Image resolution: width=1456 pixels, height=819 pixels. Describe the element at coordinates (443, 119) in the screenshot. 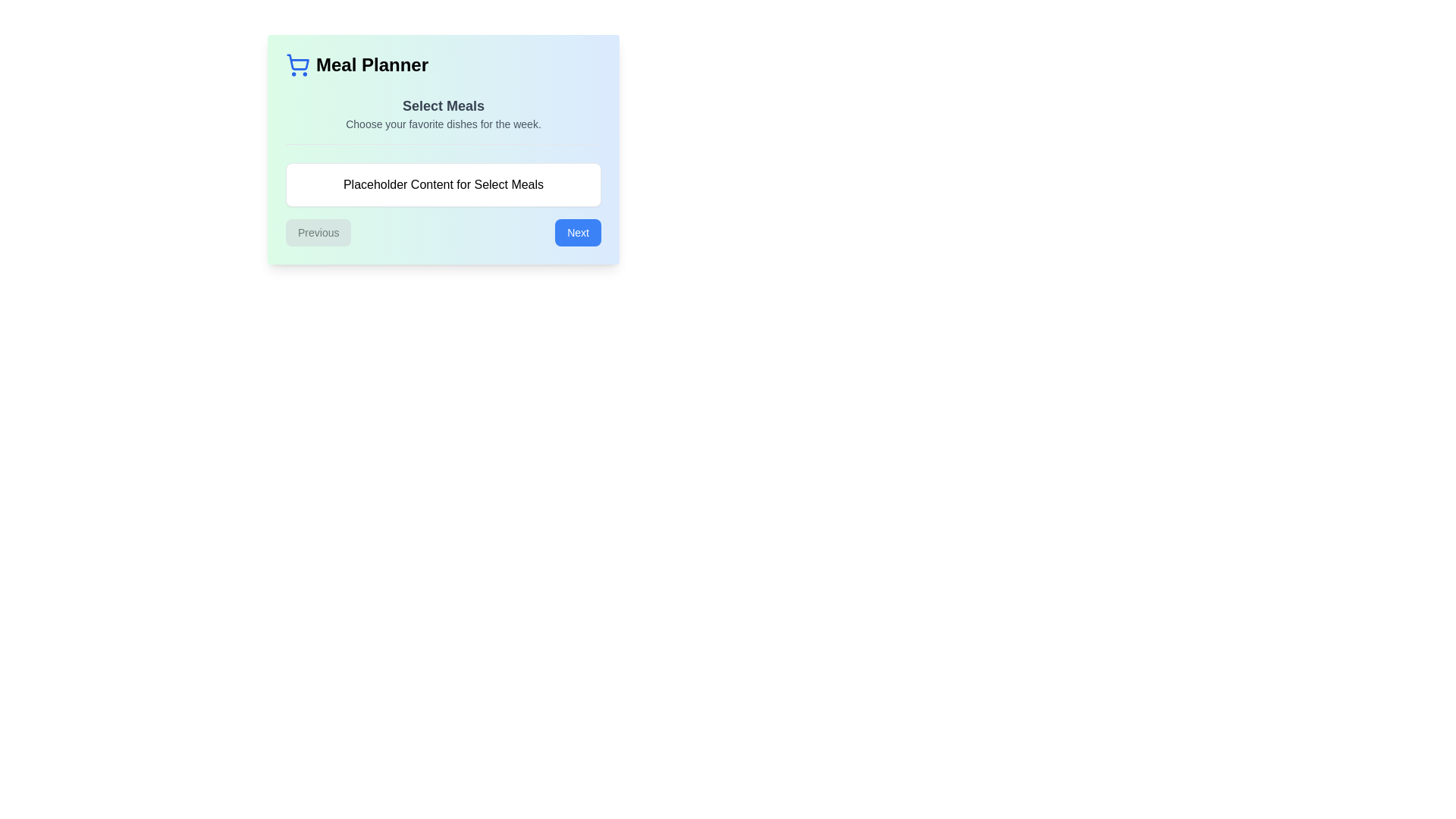

I see `the Informational Header and Subtext Group element labeled 'Select Meals' with the subtext 'Choose your favorite dishes for the week.'` at that location.